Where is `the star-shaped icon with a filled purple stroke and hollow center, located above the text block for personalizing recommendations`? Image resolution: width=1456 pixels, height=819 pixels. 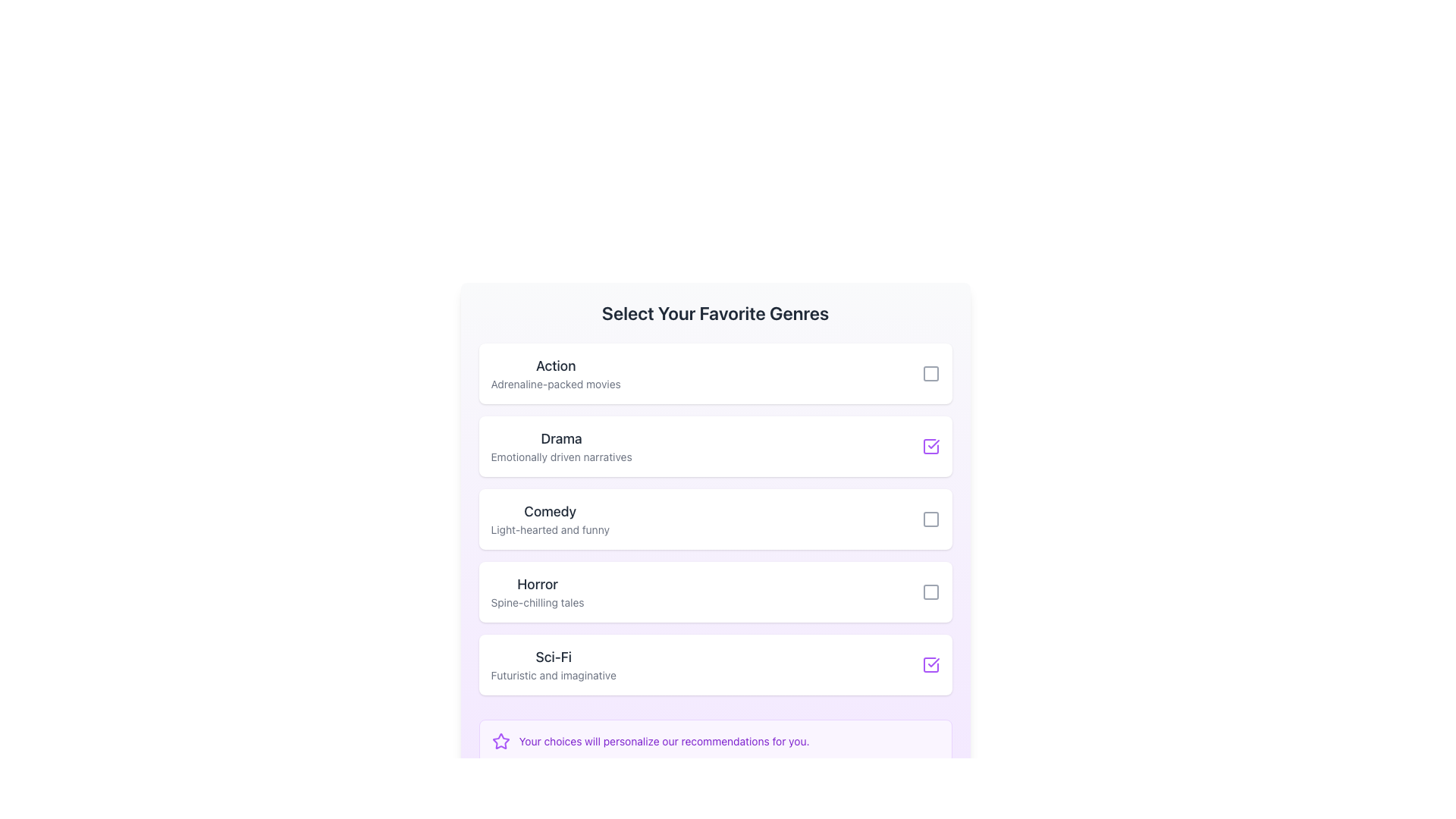 the star-shaped icon with a filled purple stroke and hollow center, located above the text block for personalizing recommendations is located at coordinates (500, 740).